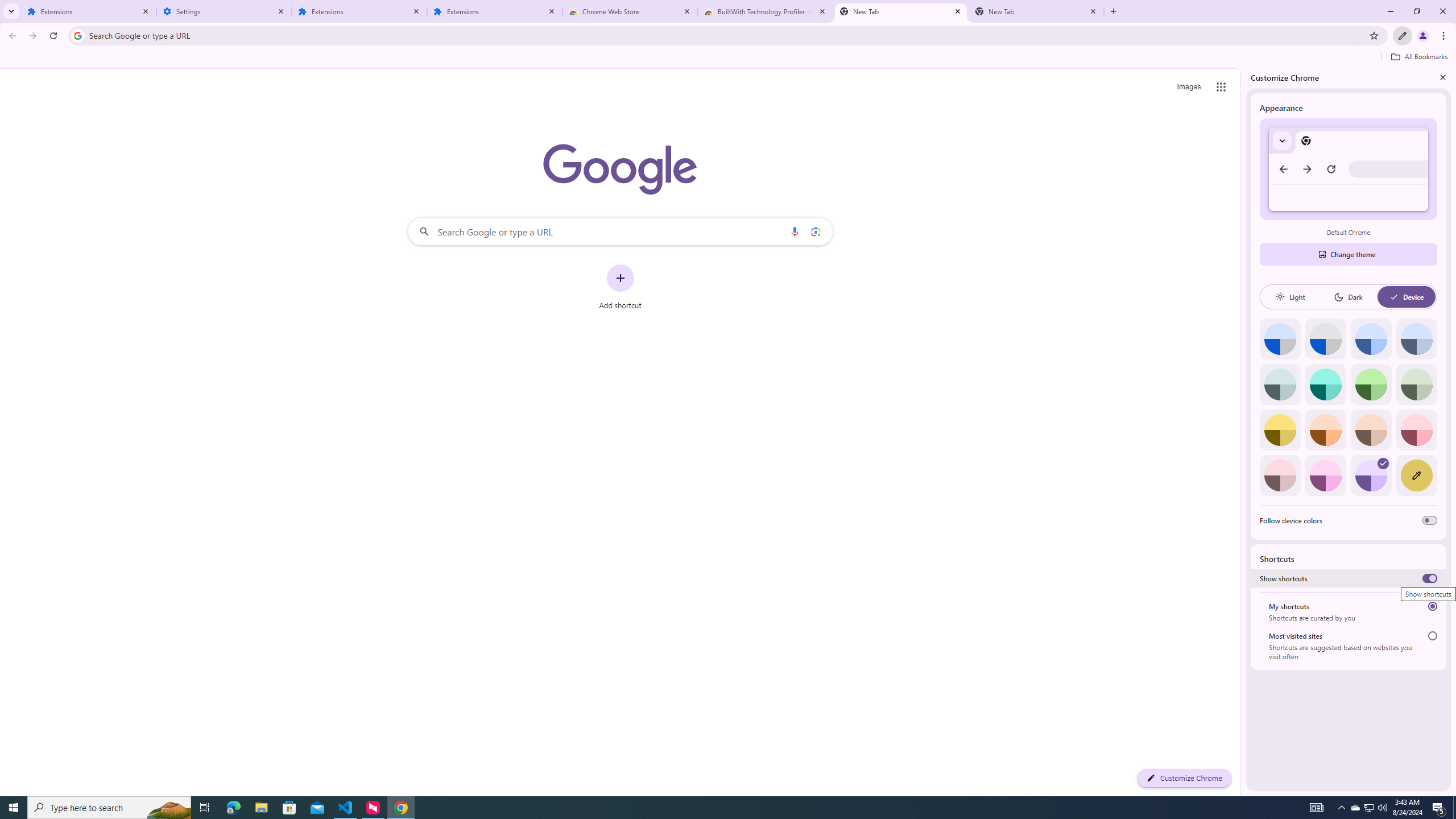 The width and height of the screenshot is (1456, 819). Describe the element at coordinates (1373, 35) in the screenshot. I see `'Bookmark this tab'` at that location.